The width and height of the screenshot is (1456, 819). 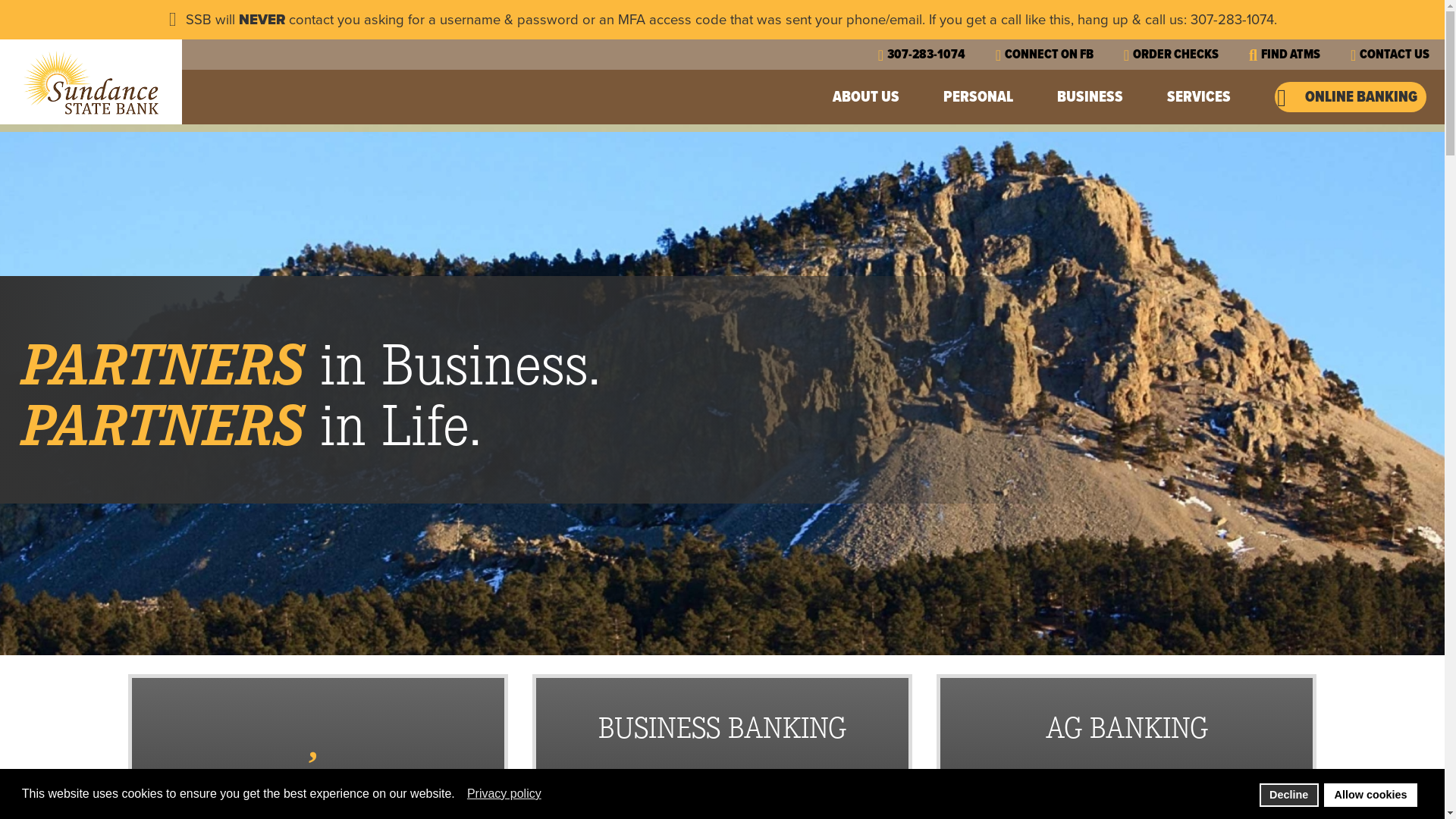 What do you see at coordinates (505, 792) in the screenshot?
I see `'Privacy policy'` at bounding box center [505, 792].